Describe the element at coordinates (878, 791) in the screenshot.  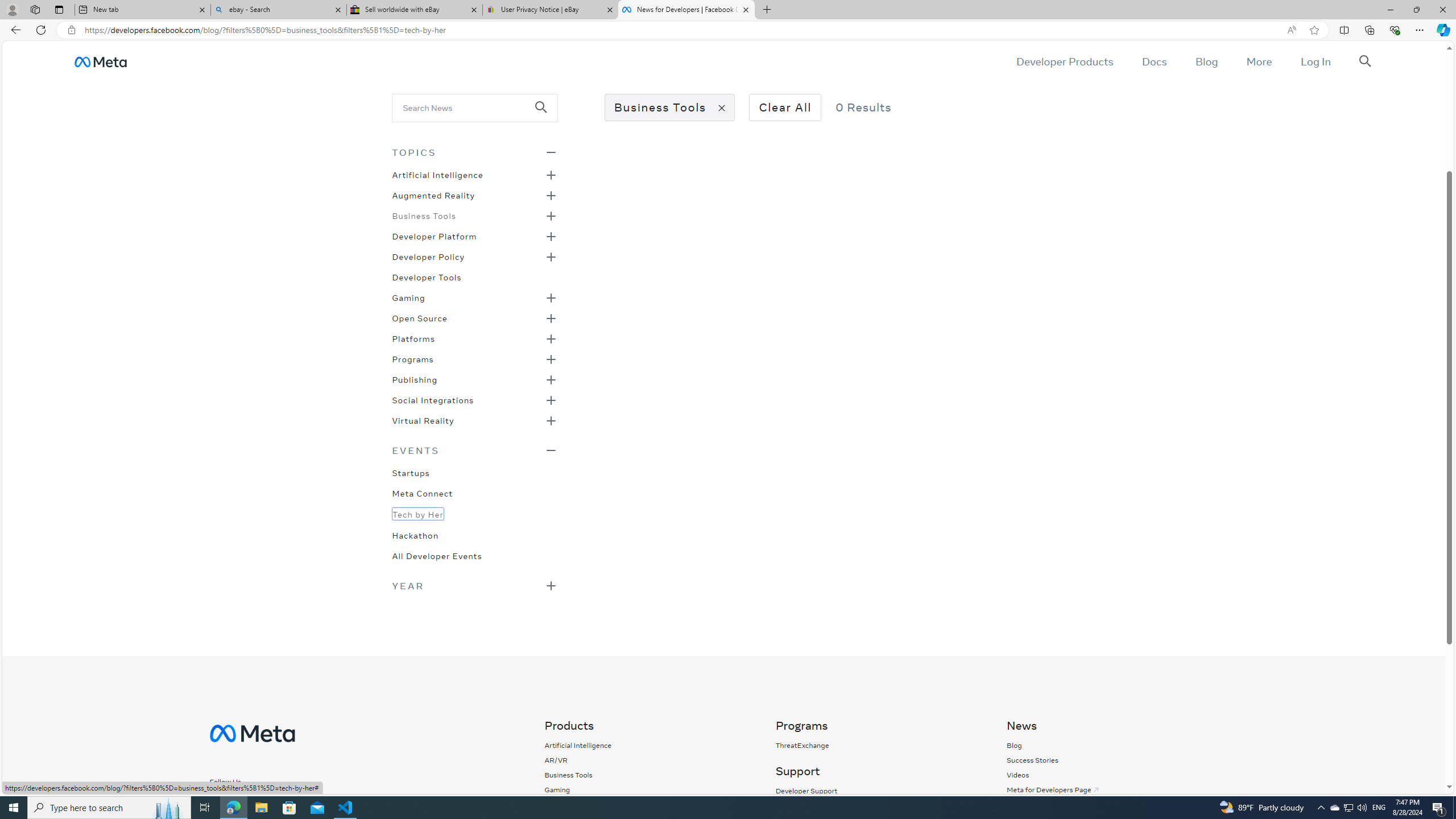
I see `'Developer Support'` at that location.